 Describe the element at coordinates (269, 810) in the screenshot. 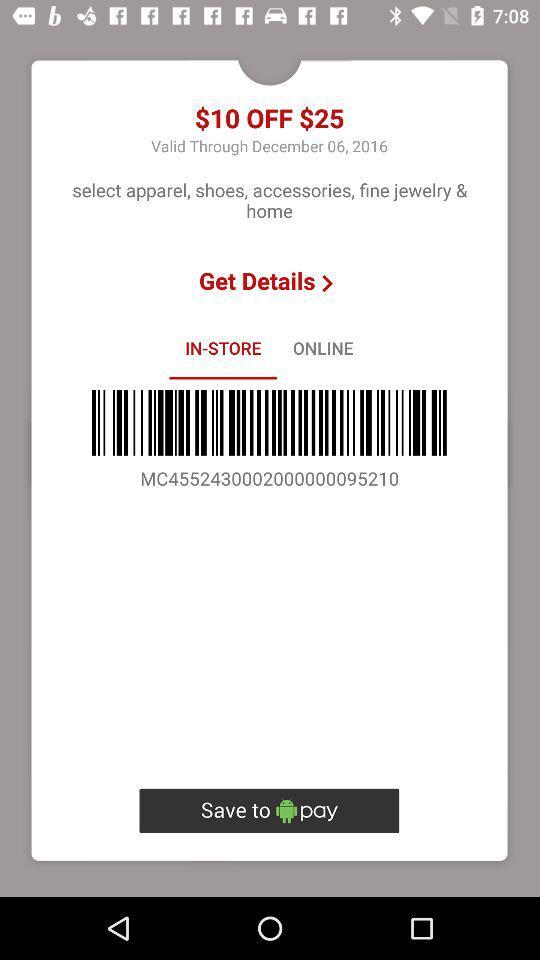

I see `the icon below mc4552430002000000095210` at that location.